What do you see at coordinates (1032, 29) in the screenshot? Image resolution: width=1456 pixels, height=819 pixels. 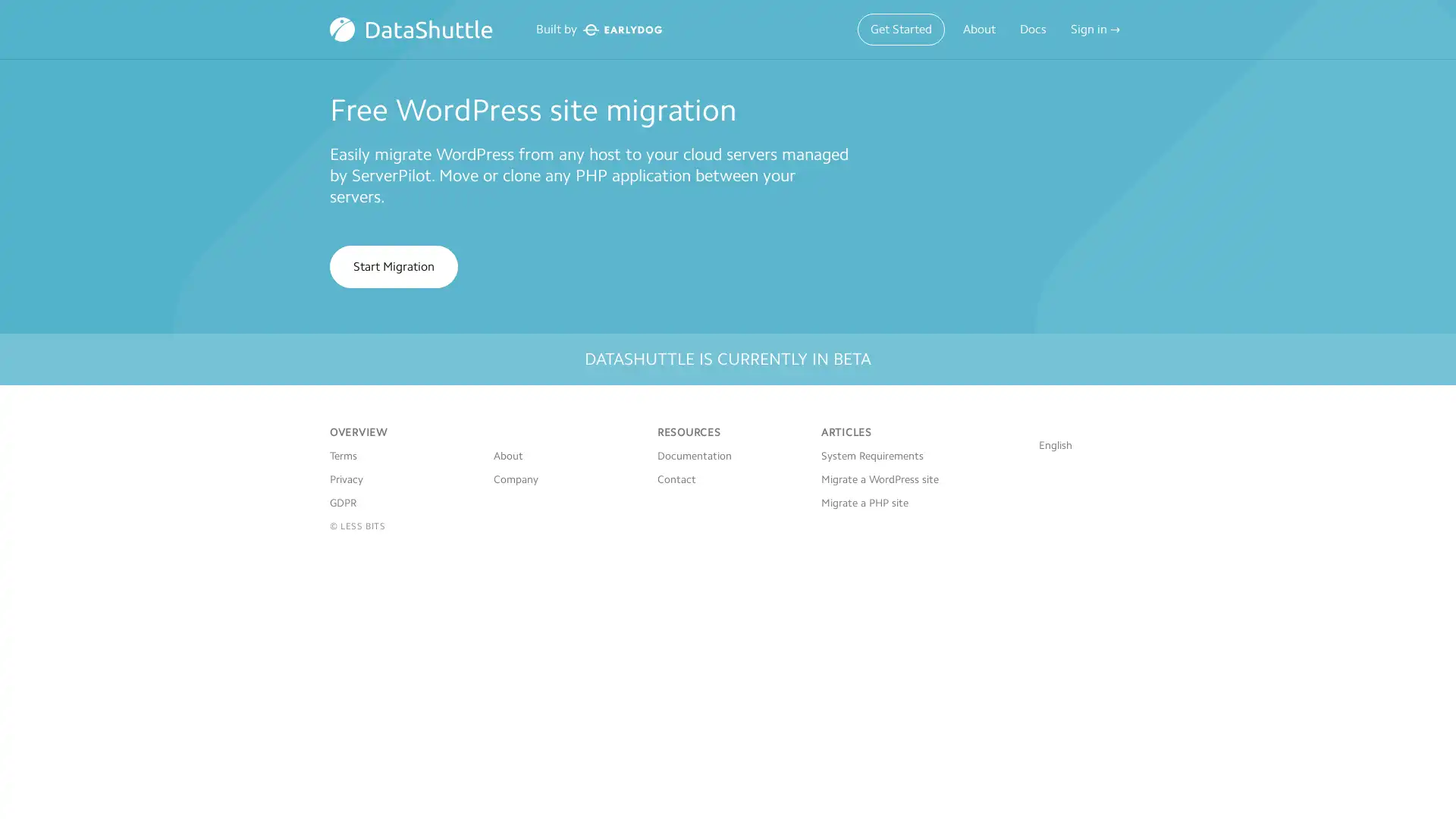 I see `Docs` at bounding box center [1032, 29].